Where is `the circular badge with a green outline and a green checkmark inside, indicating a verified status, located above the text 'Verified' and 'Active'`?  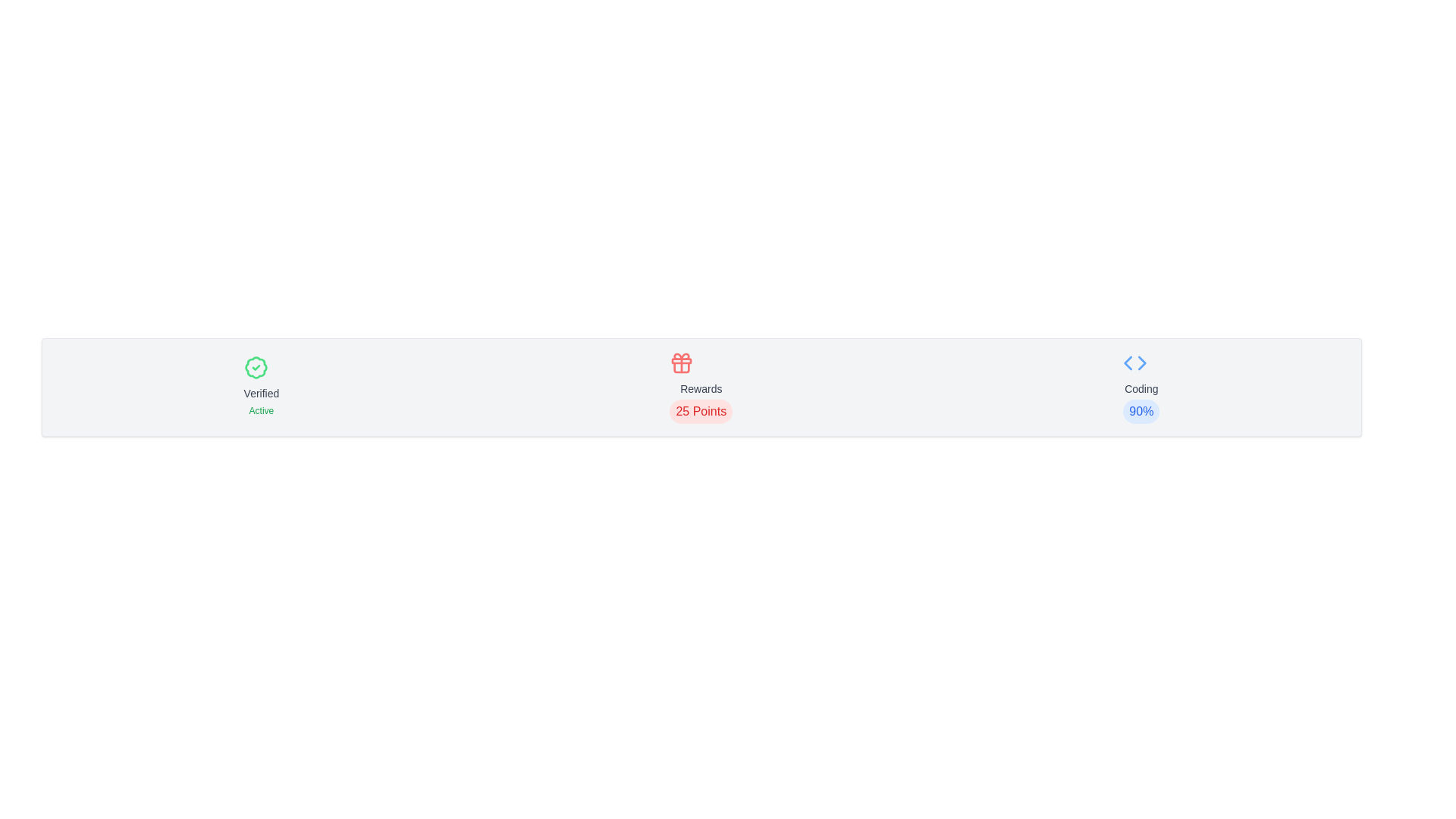
the circular badge with a green outline and a green checkmark inside, indicating a verified status, located above the text 'Verified' and 'Active' is located at coordinates (256, 368).